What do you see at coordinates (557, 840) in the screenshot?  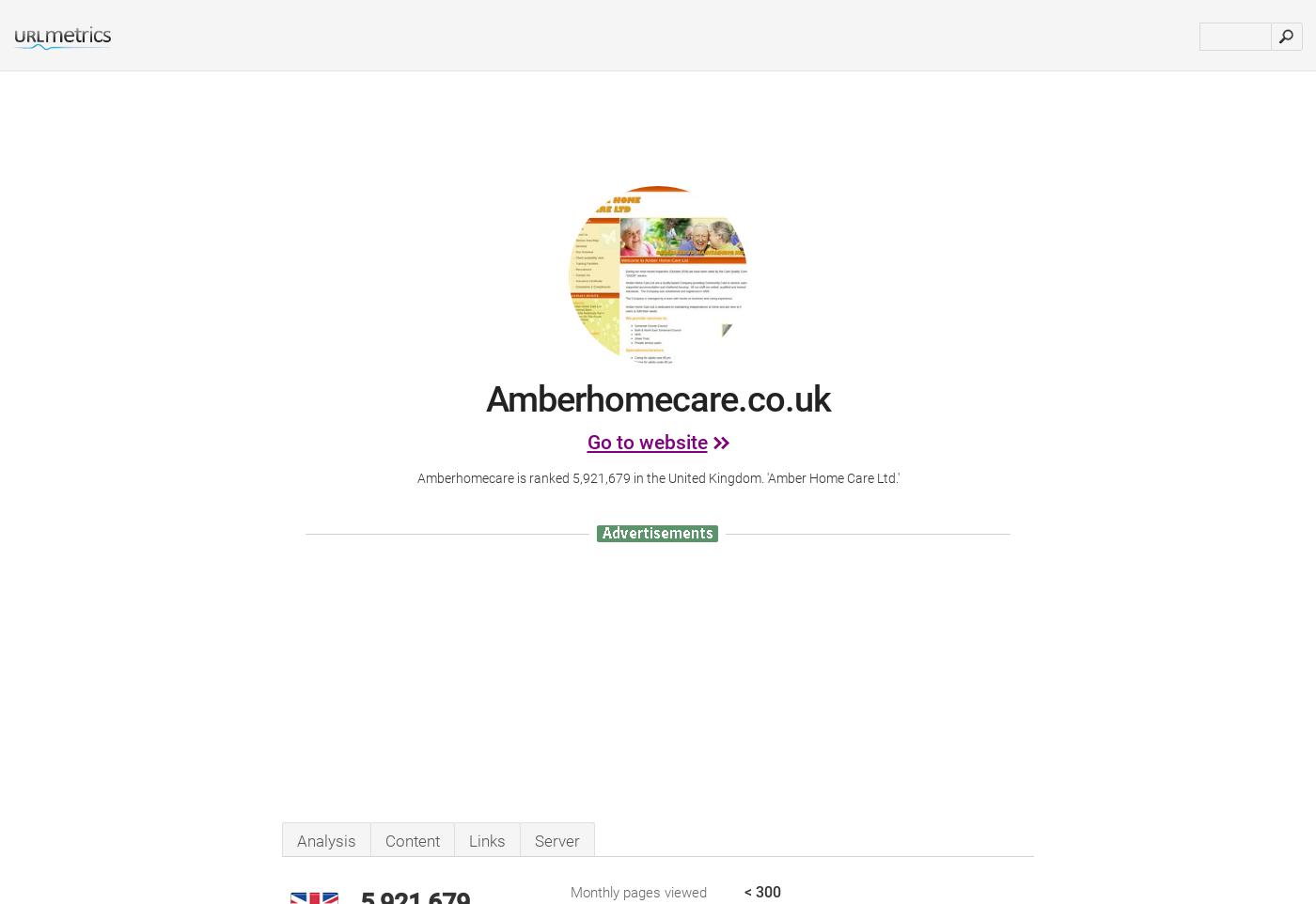 I see `'Server'` at bounding box center [557, 840].